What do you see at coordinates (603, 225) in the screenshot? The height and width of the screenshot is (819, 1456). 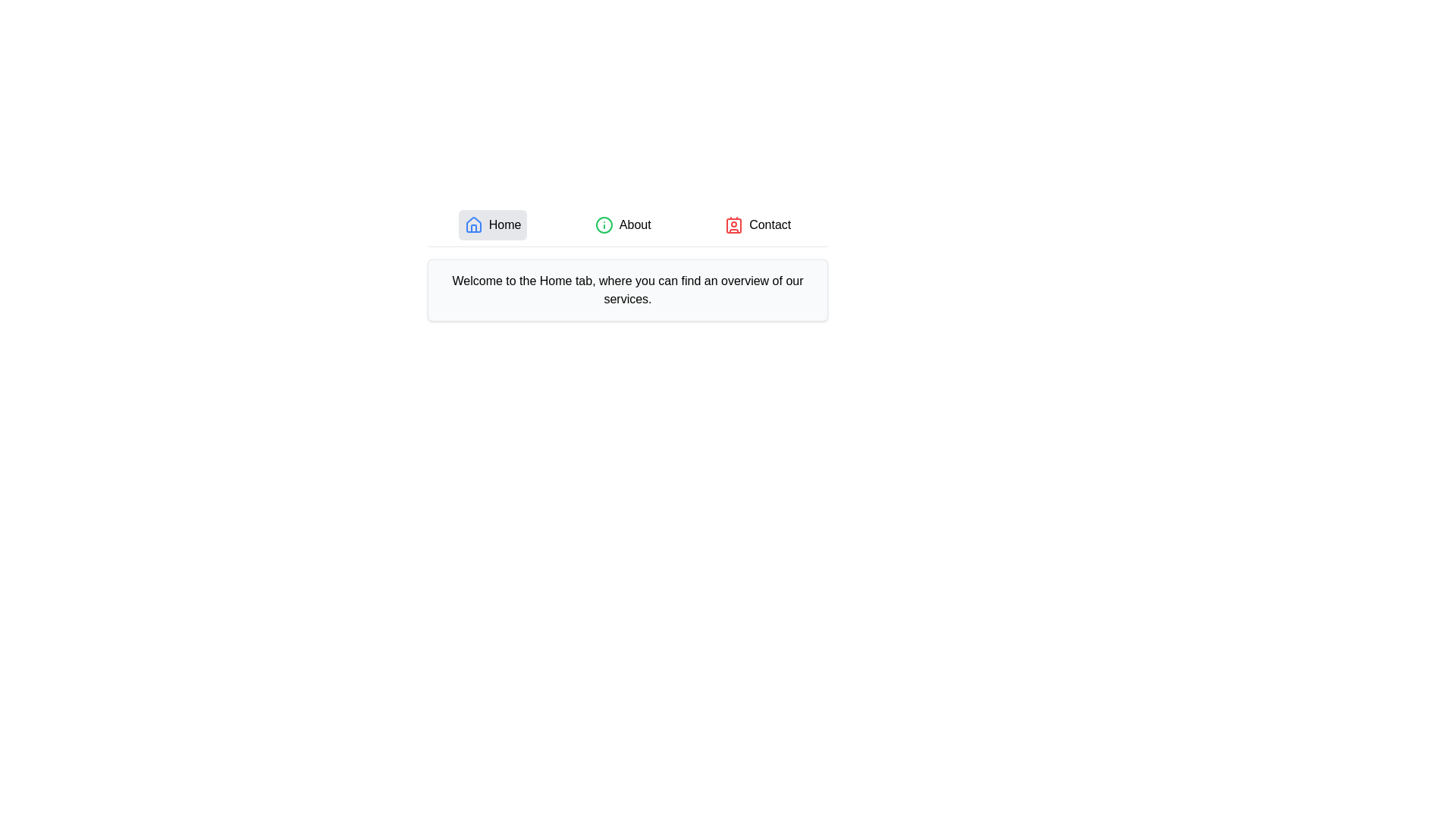 I see `the icon of the About tab` at bounding box center [603, 225].